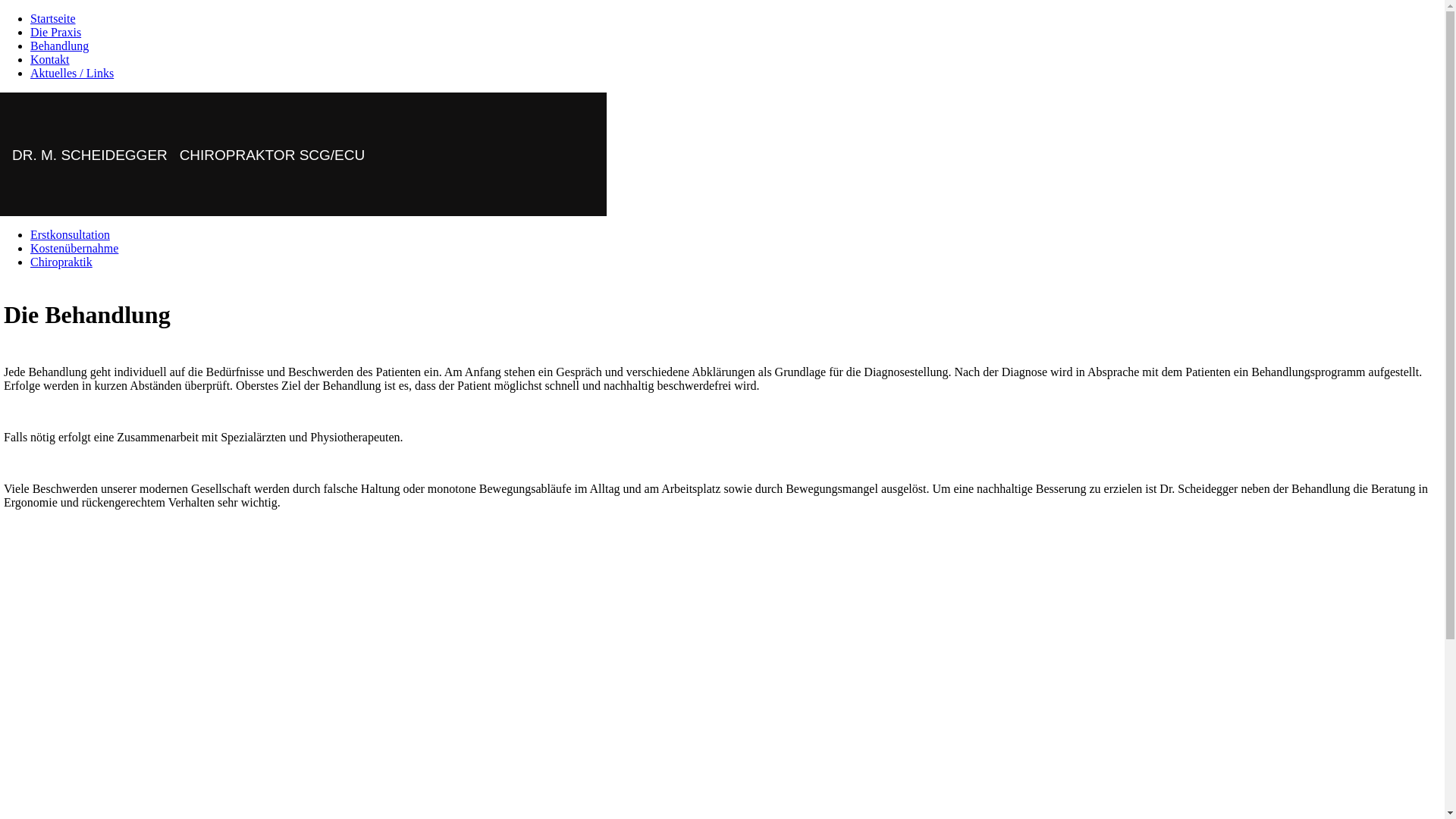 The height and width of the screenshot is (819, 1456). What do you see at coordinates (71, 73) in the screenshot?
I see `'Aktuelles / Links'` at bounding box center [71, 73].